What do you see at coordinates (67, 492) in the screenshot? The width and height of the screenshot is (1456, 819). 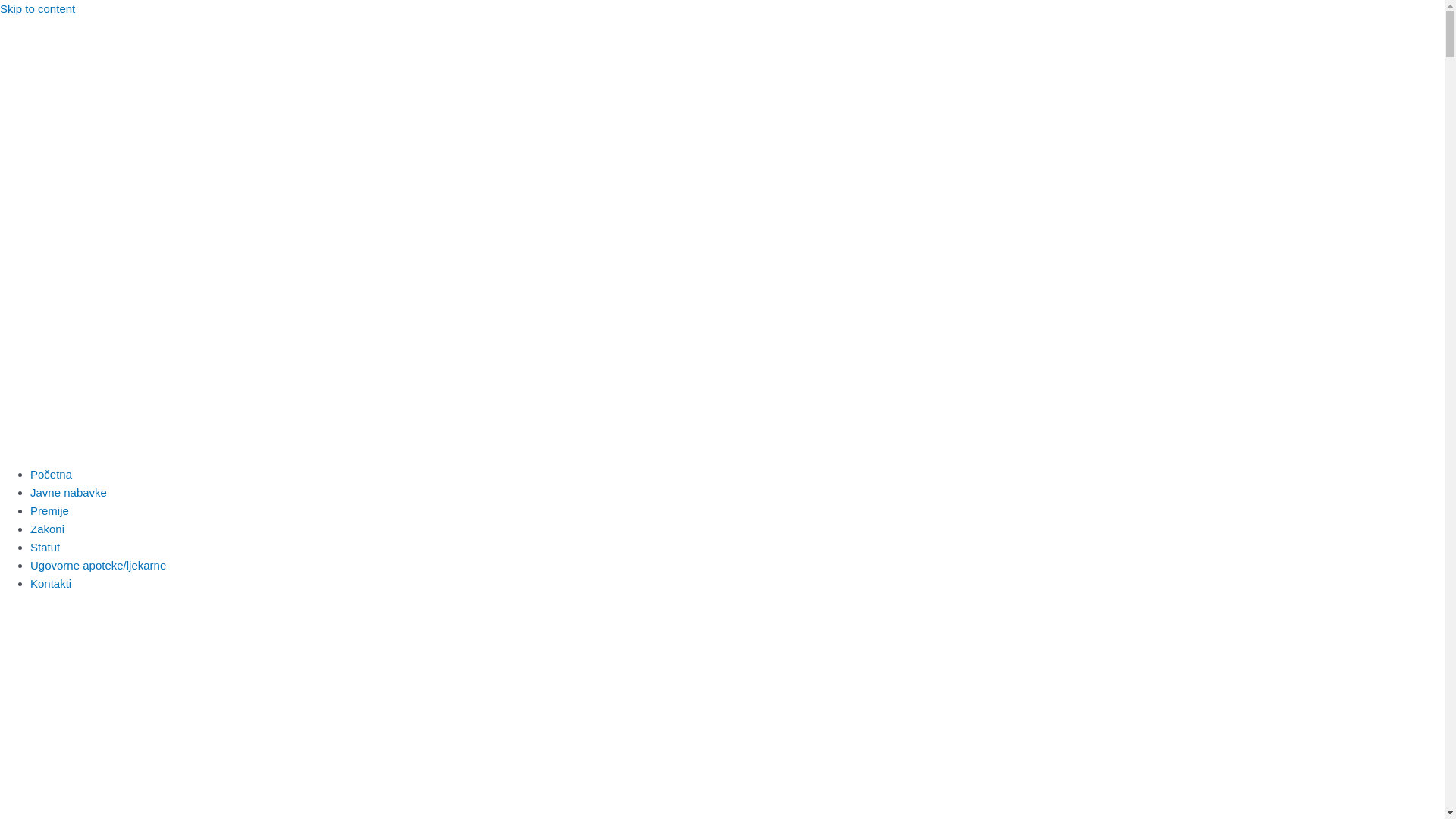 I see `'Javne nabavke'` at bounding box center [67, 492].